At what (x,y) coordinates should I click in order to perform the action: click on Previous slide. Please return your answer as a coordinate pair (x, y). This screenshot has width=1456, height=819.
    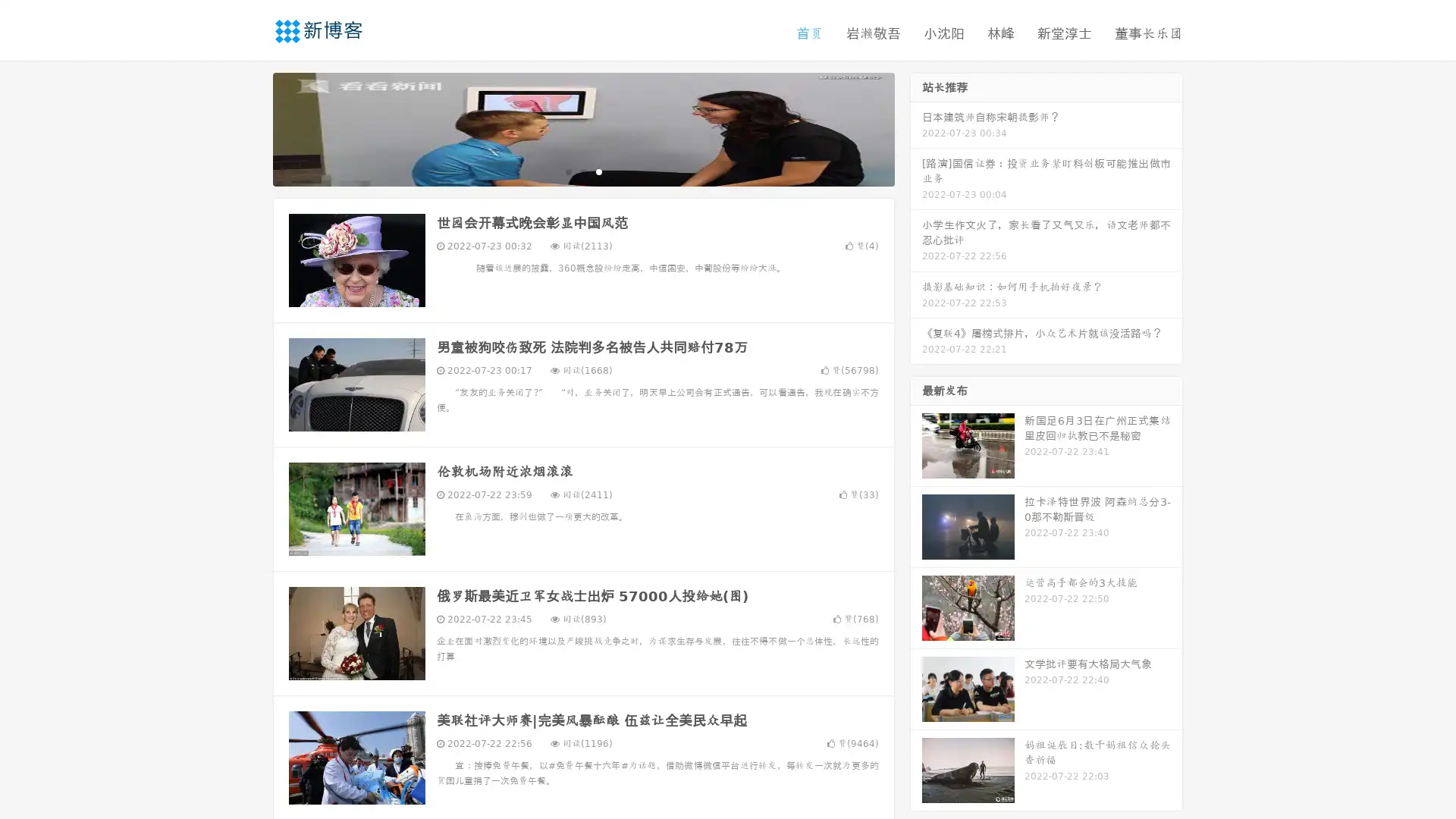
    Looking at the image, I should click on (250, 127).